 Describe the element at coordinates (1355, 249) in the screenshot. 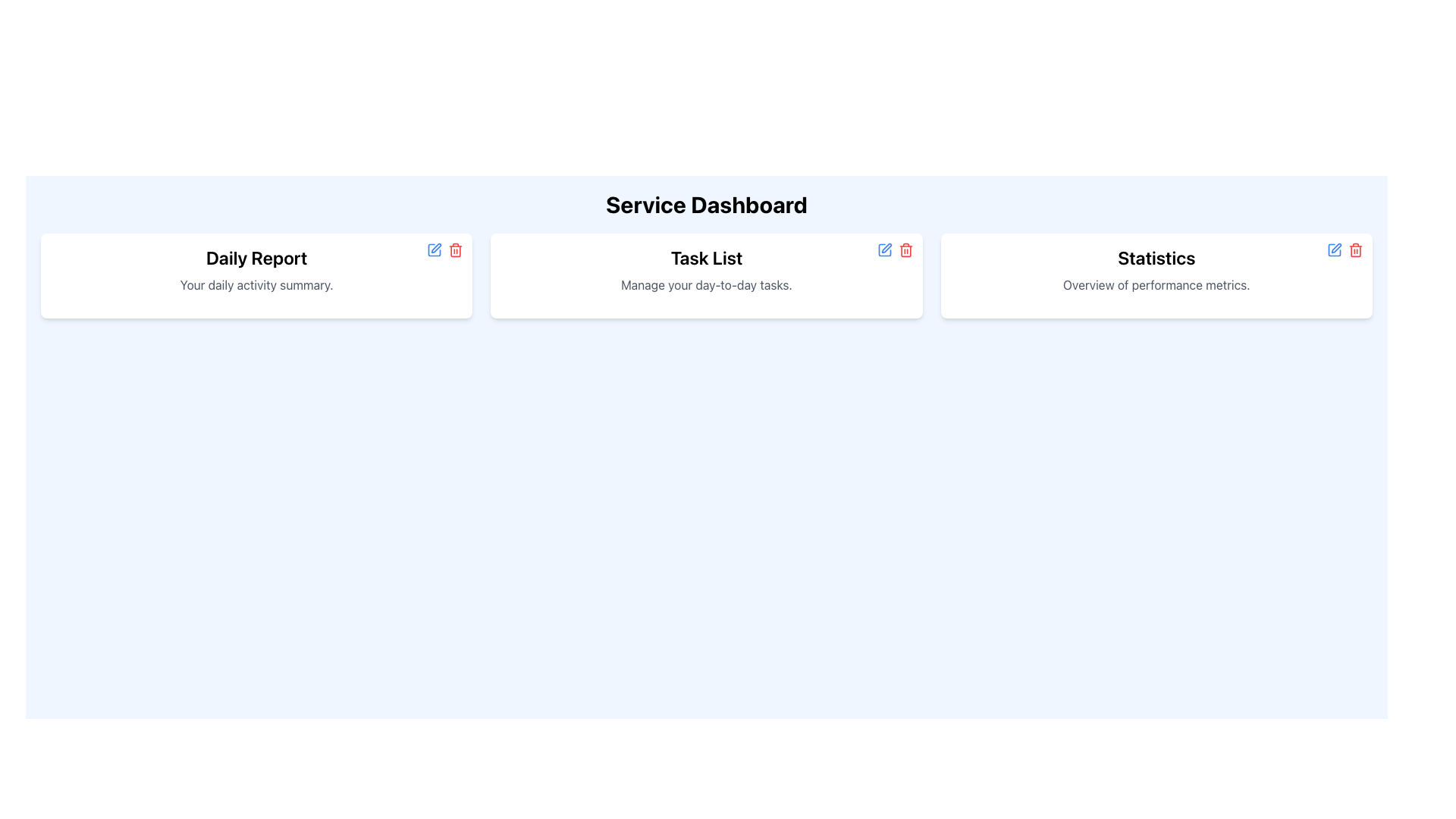

I see `the red trash icon button located in the top-right corner of the 'Statistics' card` at that location.